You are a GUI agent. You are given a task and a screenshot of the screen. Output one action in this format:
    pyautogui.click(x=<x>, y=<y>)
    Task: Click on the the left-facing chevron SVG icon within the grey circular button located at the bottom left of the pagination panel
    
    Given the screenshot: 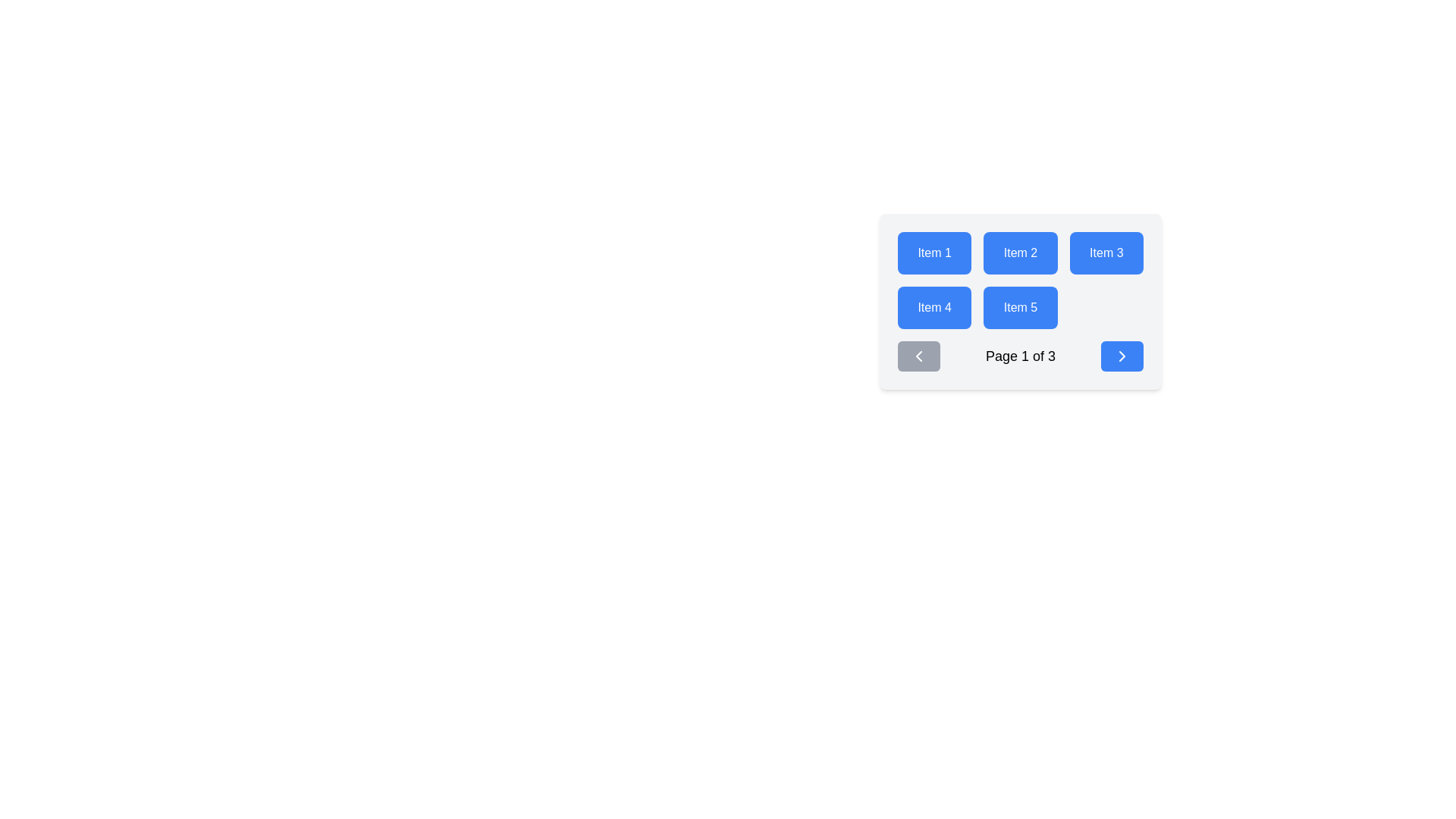 What is the action you would take?
    pyautogui.click(x=918, y=356)
    